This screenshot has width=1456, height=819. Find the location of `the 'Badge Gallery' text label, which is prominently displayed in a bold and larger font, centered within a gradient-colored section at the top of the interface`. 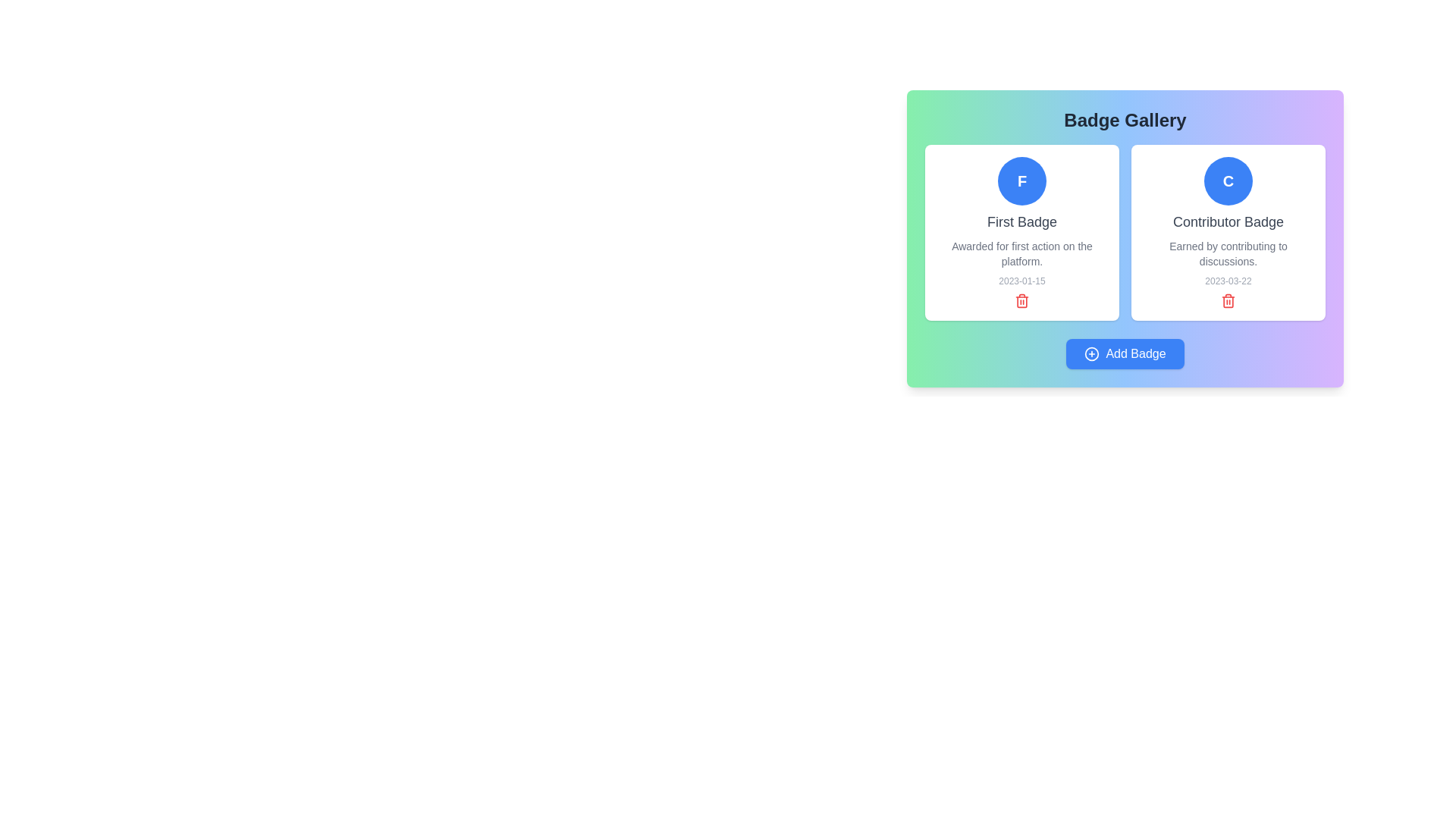

the 'Badge Gallery' text label, which is prominently displayed in a bold and larger font, centered within a gradient-colored section at the top of the interface is located at coordinates (1125, 119).